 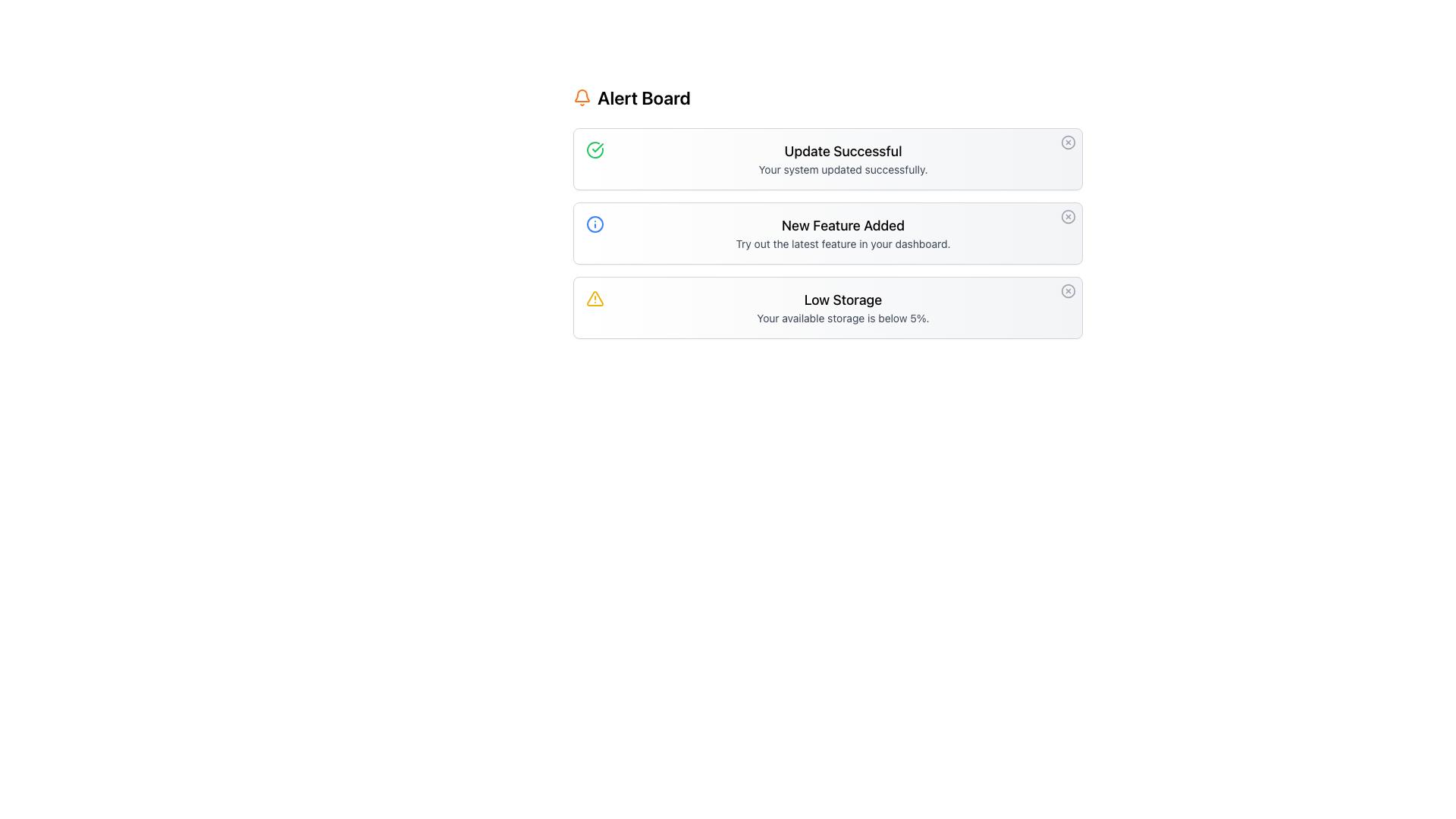 I want to click on the circular button with an 'X' icon located in the upper-right corner of the 'New Feature Added' card, so click(x=1068, y=216).